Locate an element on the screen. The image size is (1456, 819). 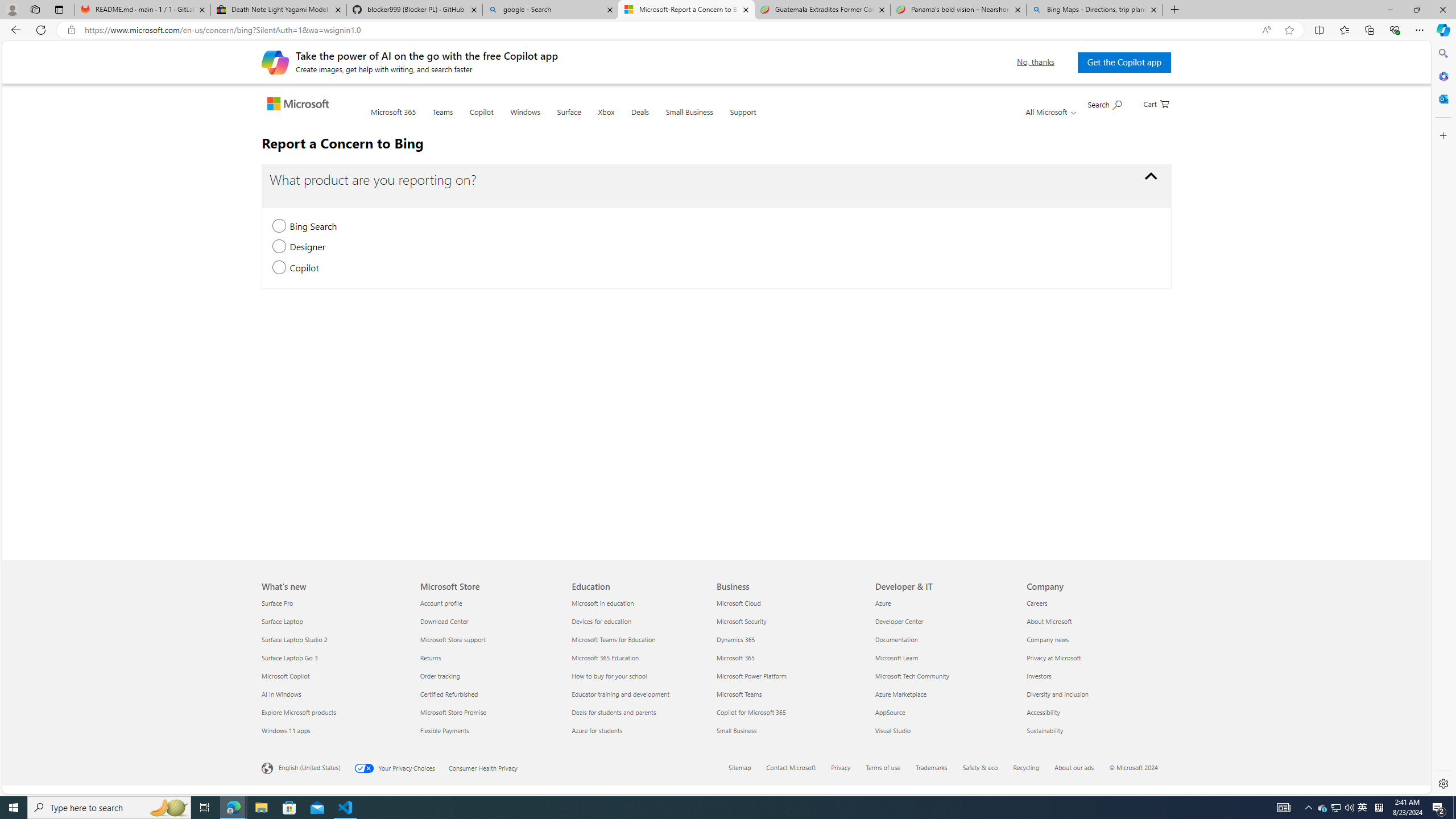
'Safety & eco' is located at coordinates (981, 767).